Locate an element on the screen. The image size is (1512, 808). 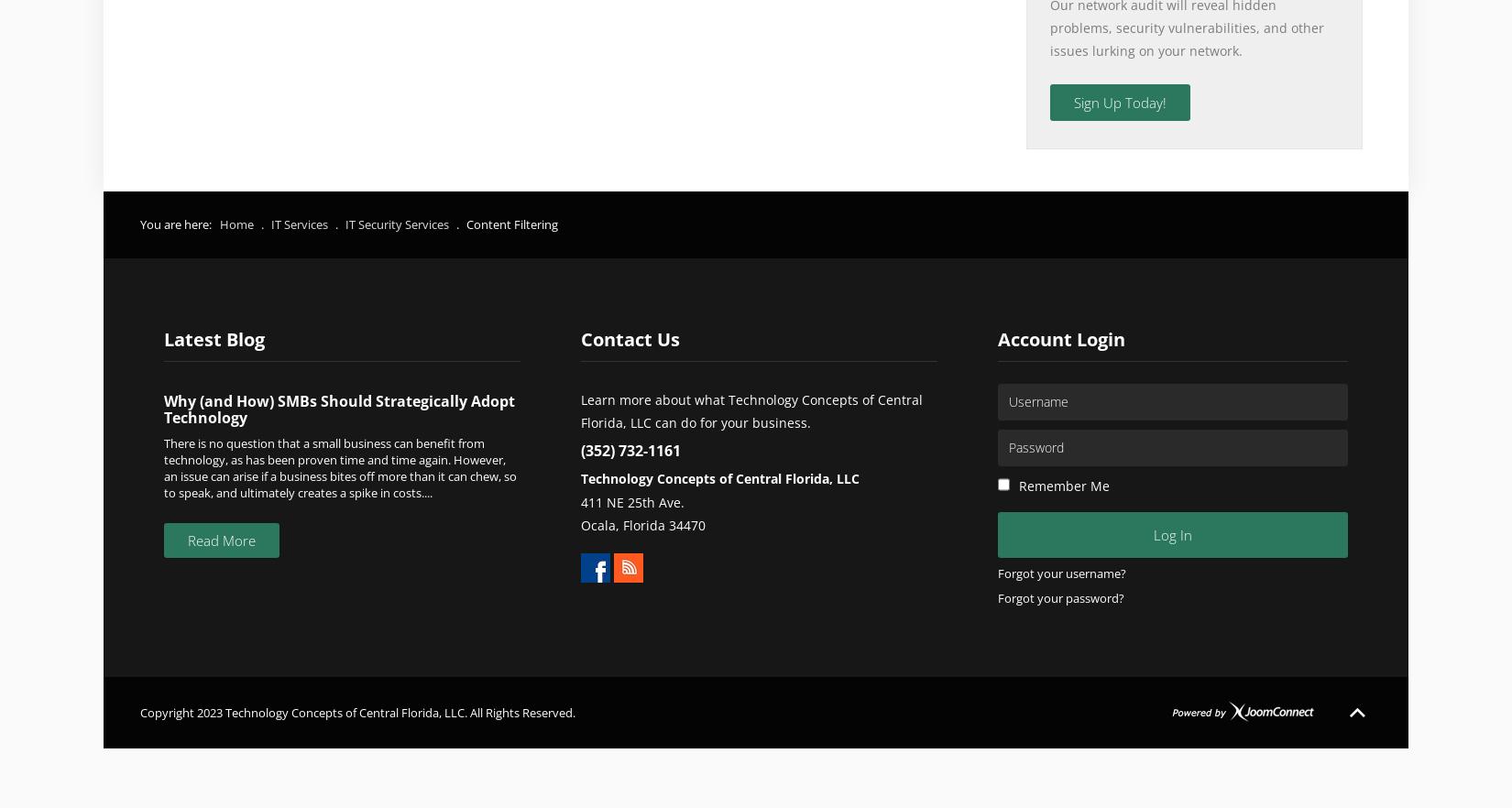
'You are here:' is located at coordinates (139, 224).